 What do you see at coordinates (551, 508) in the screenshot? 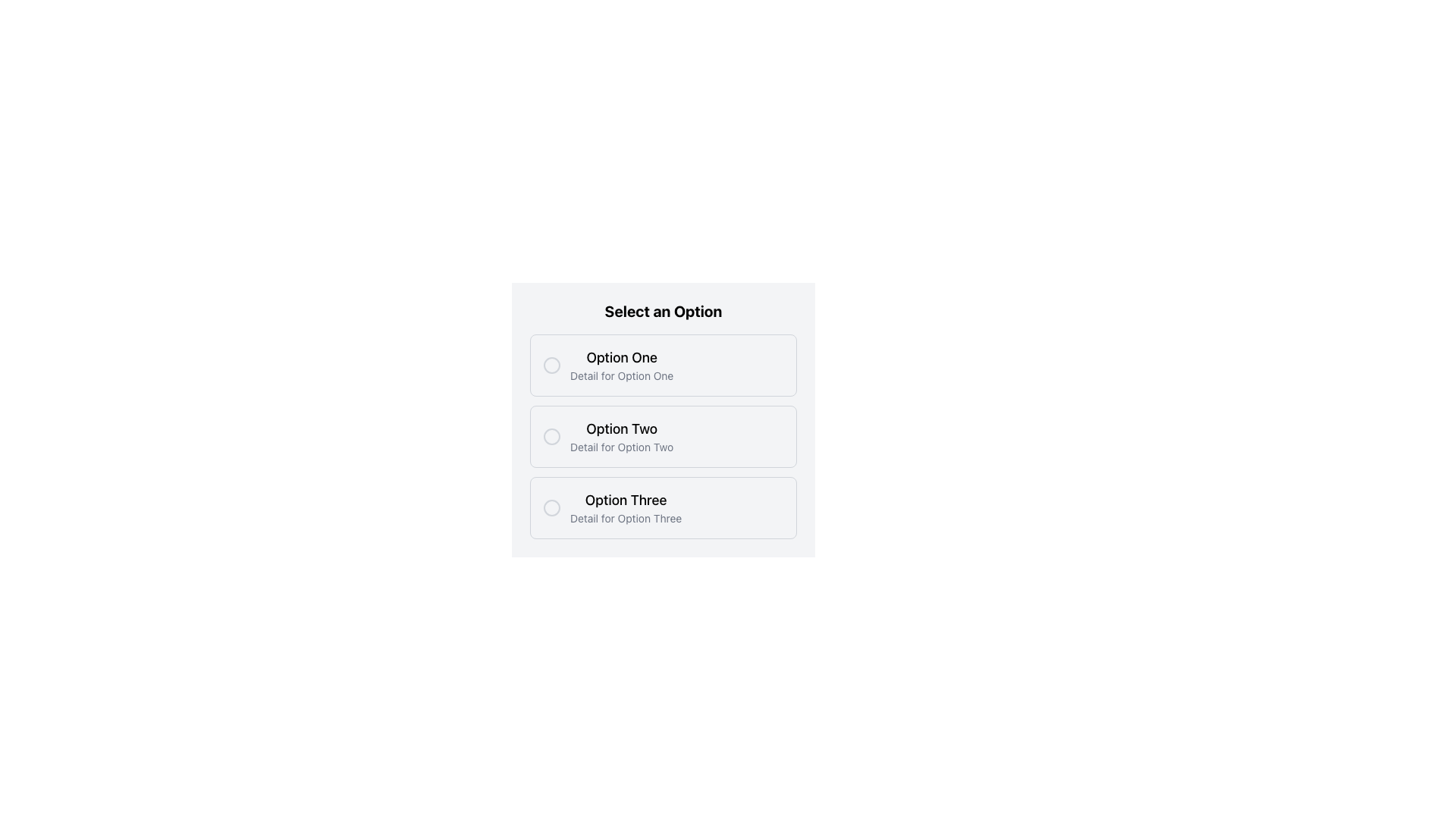
I see `the center of the unselected radio button indicator located to the left of the 'Option Three' text in the third option of the selection group` at bounding box center [551, 508].